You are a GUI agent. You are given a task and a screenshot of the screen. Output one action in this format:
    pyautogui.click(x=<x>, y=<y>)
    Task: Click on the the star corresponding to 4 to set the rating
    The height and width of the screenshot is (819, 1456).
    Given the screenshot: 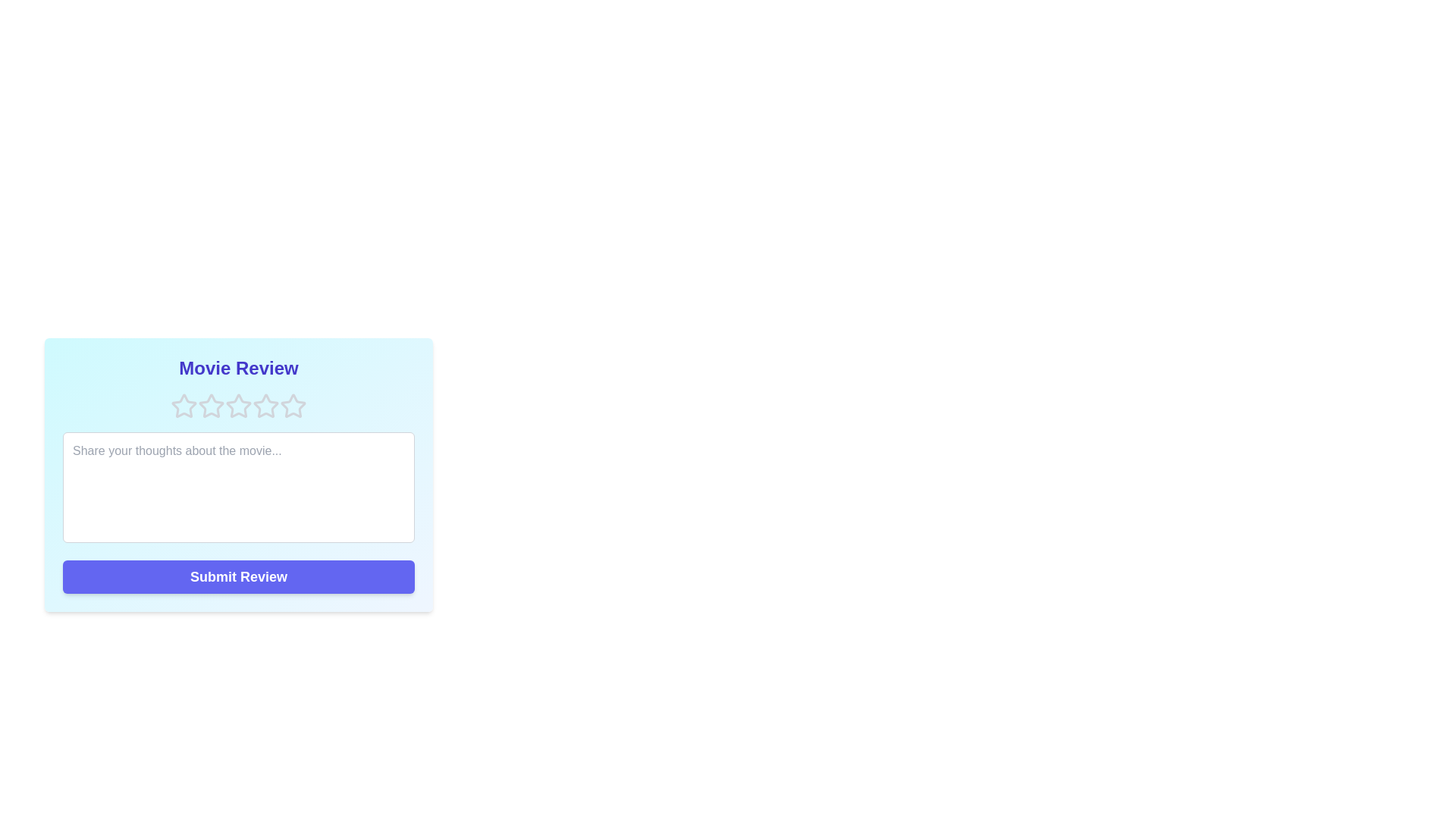 What is the action you would take?
    pyautogui.click(x=265, y=406)
    